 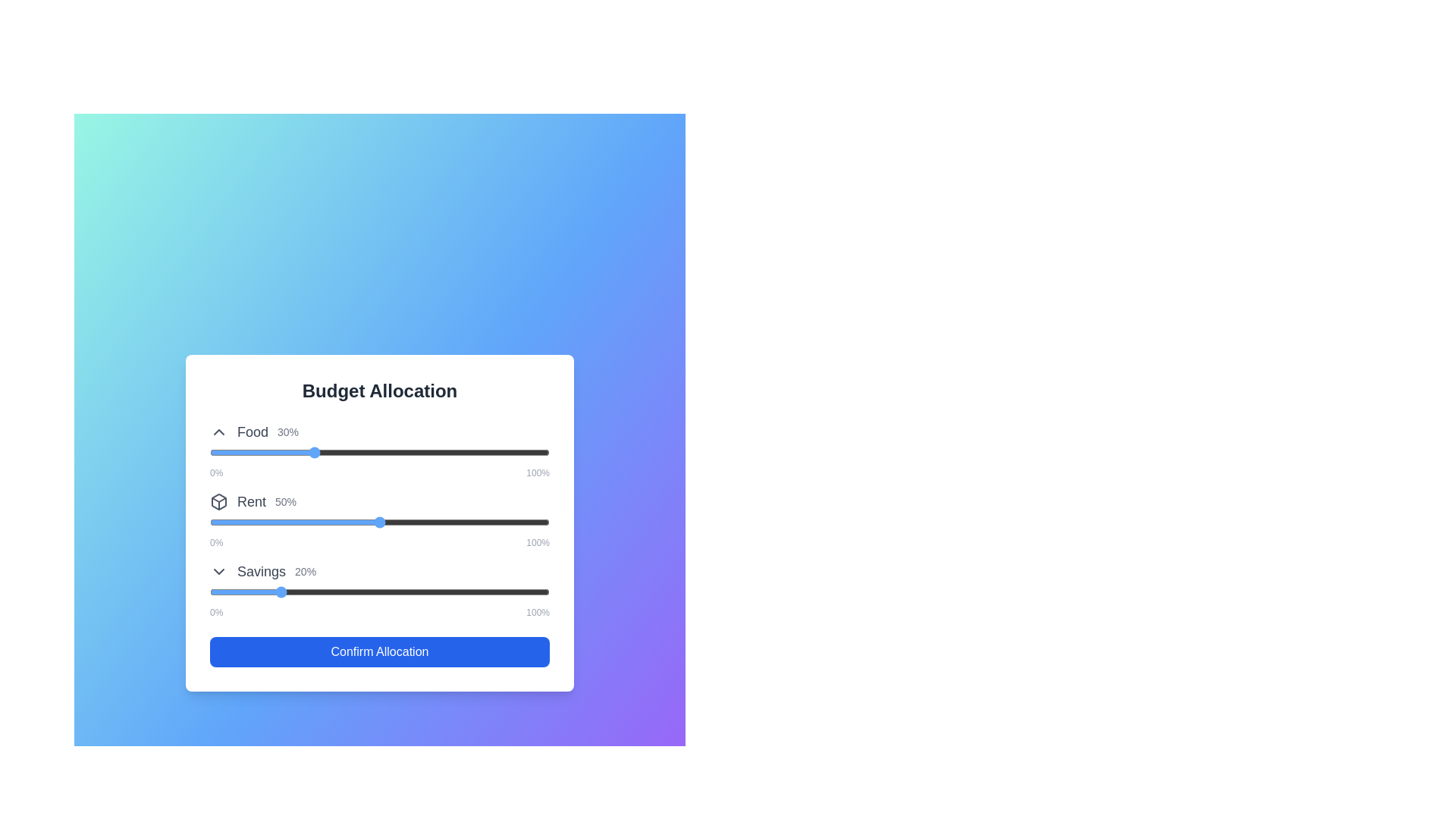 What do you see at coordinates (218, 502) in the screenshot?
I see `the icon representing the Rent category` at bounding box center [218, 502].